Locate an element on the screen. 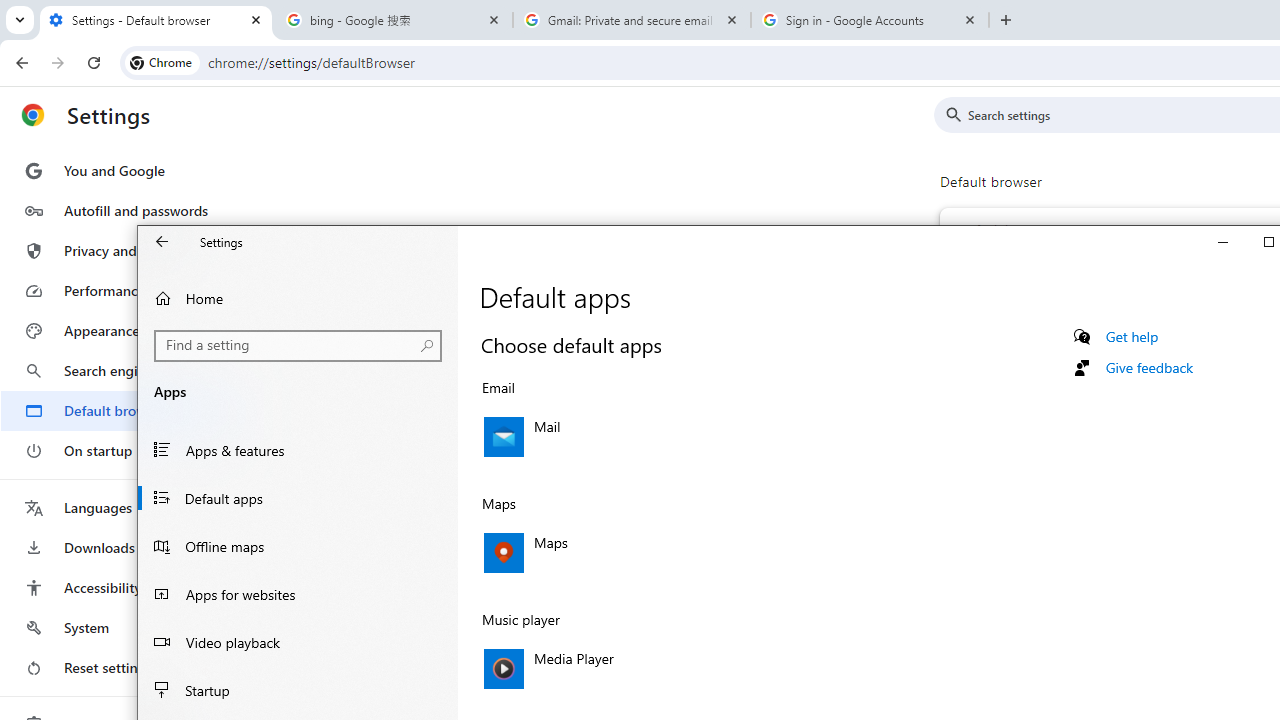 This screenshot has width=1280, height=720. 'Apps & features' is located at coordinates (297, 450).